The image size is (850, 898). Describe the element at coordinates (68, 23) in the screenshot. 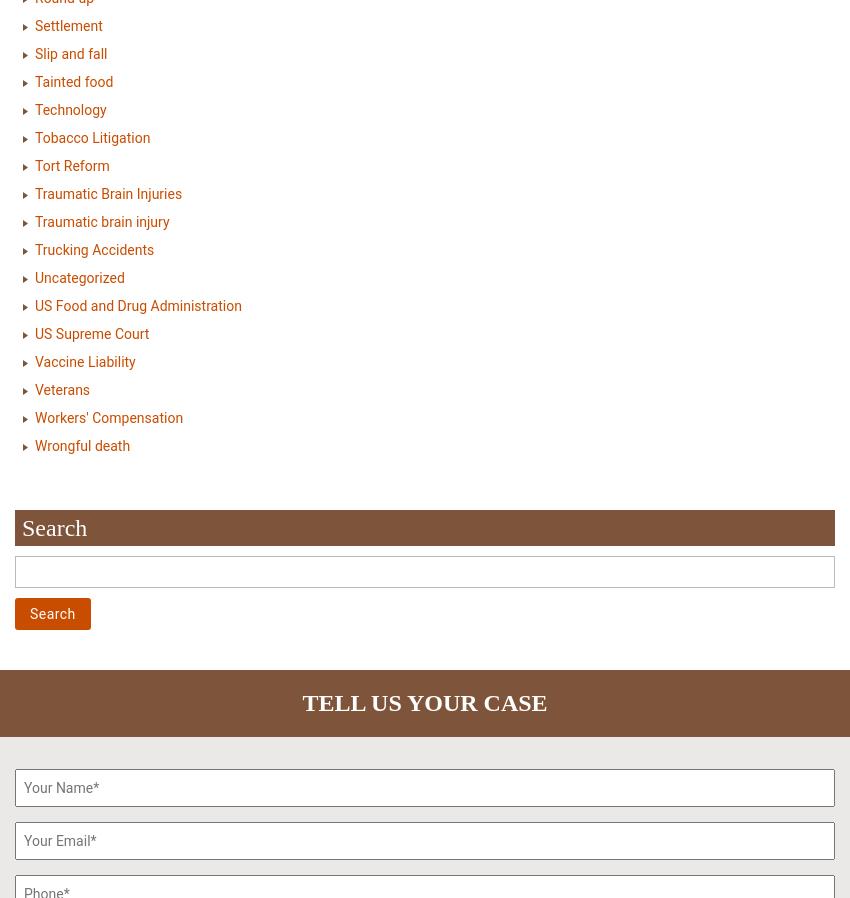

I see `'Settlement'` at that location.